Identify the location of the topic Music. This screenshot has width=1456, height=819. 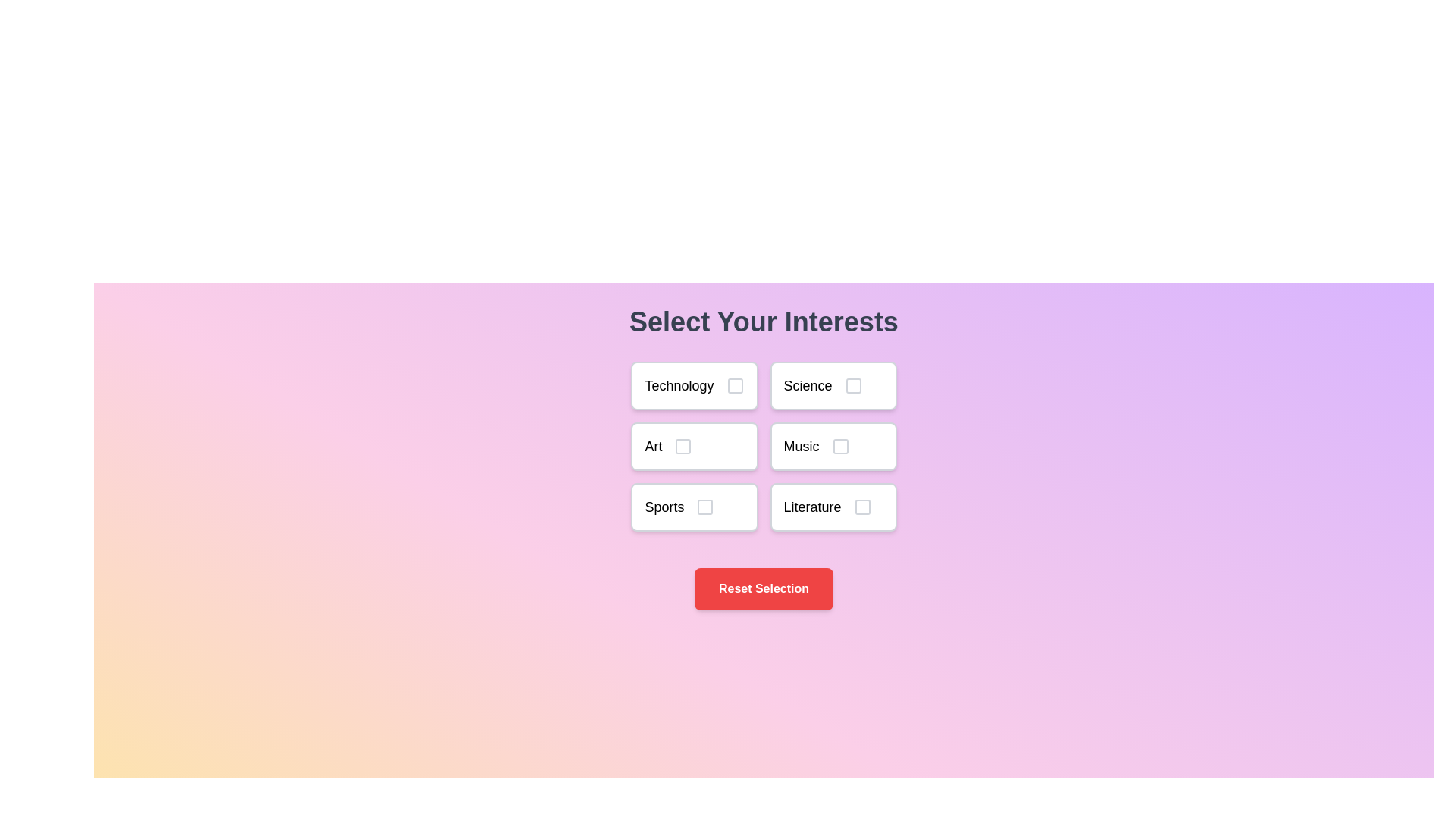
(833, 446).